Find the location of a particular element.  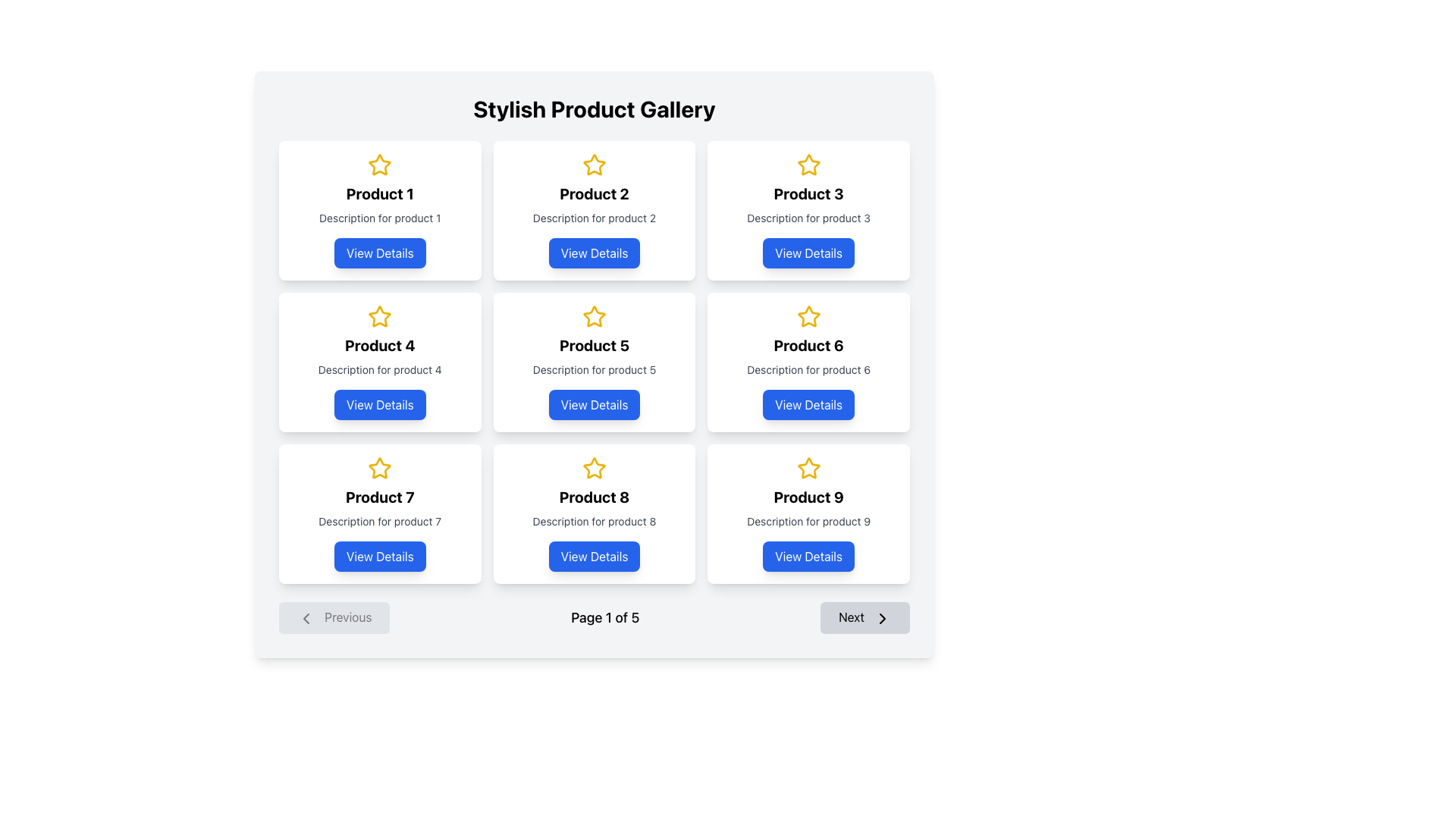

the button in the sixth product card is located at coordinates (808, 403).